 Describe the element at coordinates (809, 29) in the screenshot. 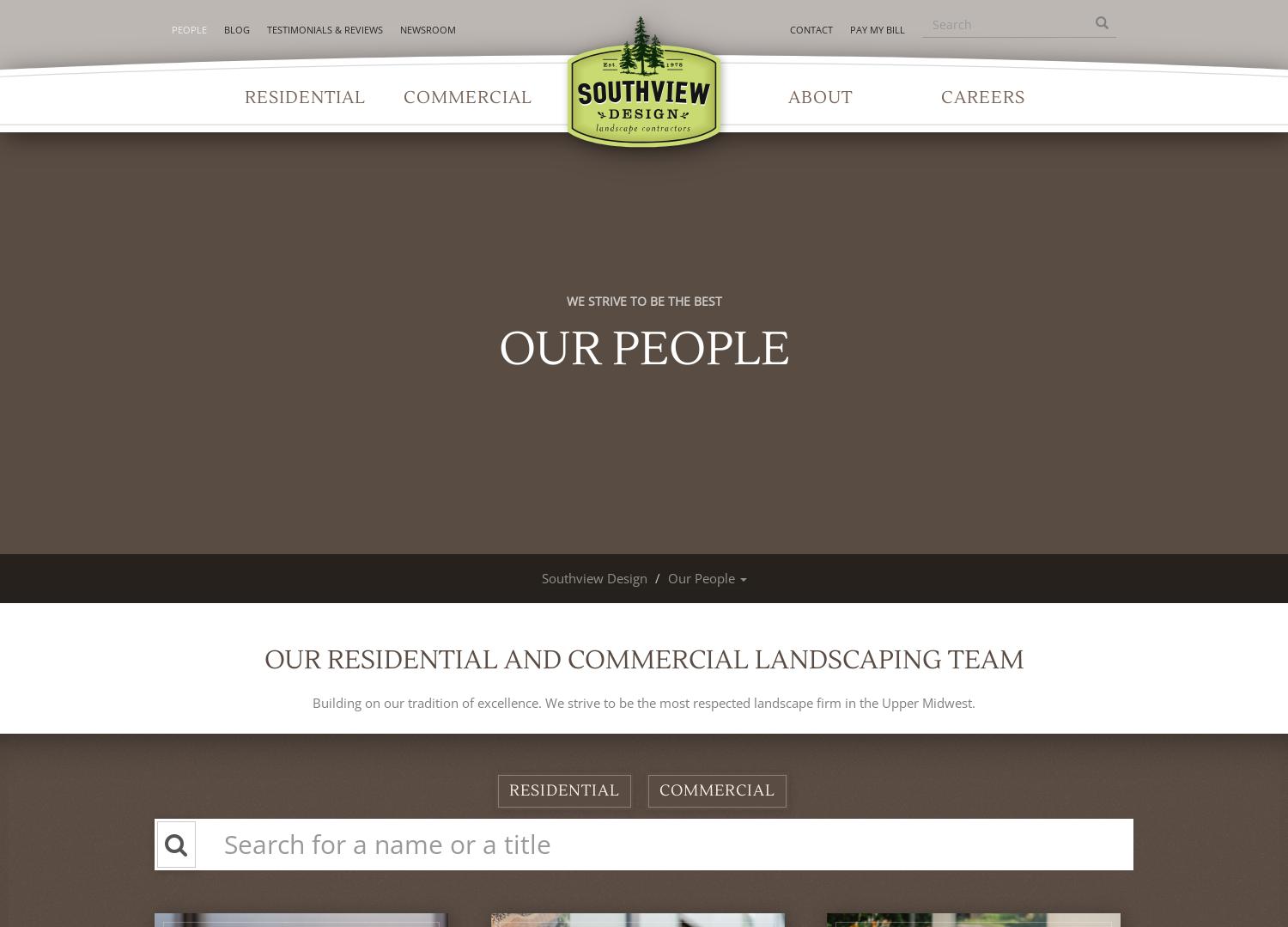

I see `'Contact'` at that location.